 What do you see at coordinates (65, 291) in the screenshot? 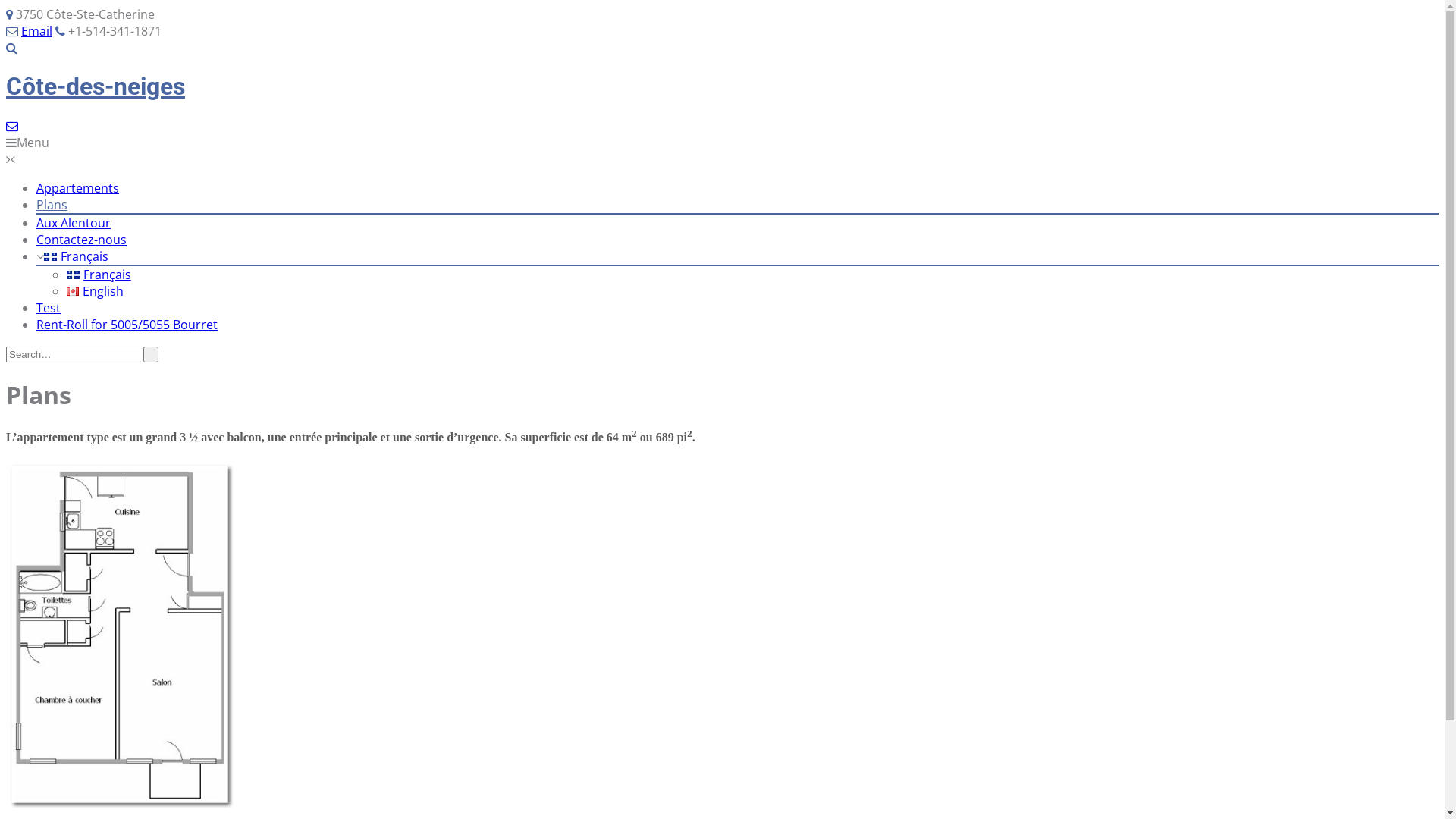
I see `'English'` at bounding box center [65, 291].